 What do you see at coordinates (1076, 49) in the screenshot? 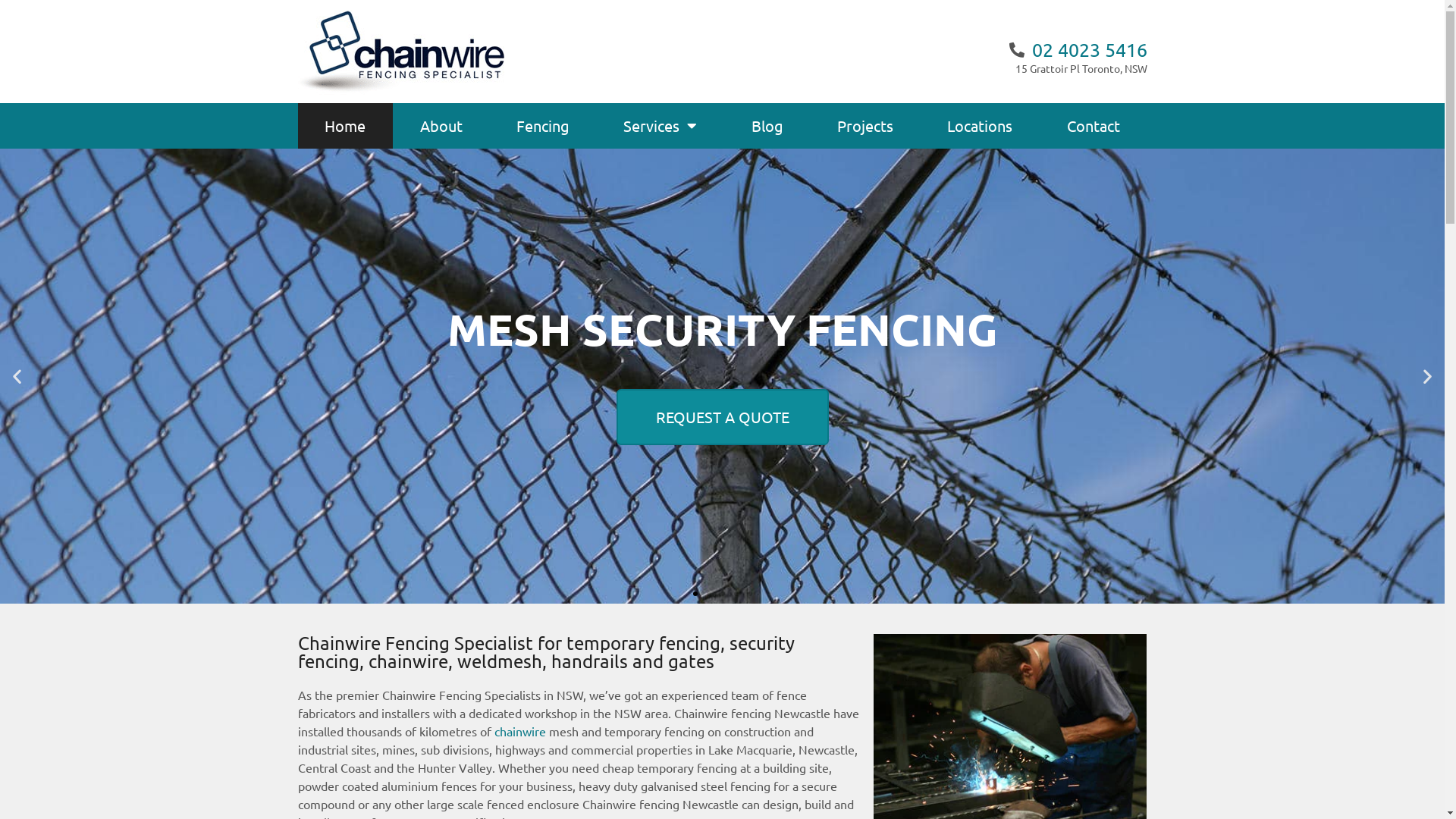
I see `'02 4023 5416'` at bounding box center [1076, 49].